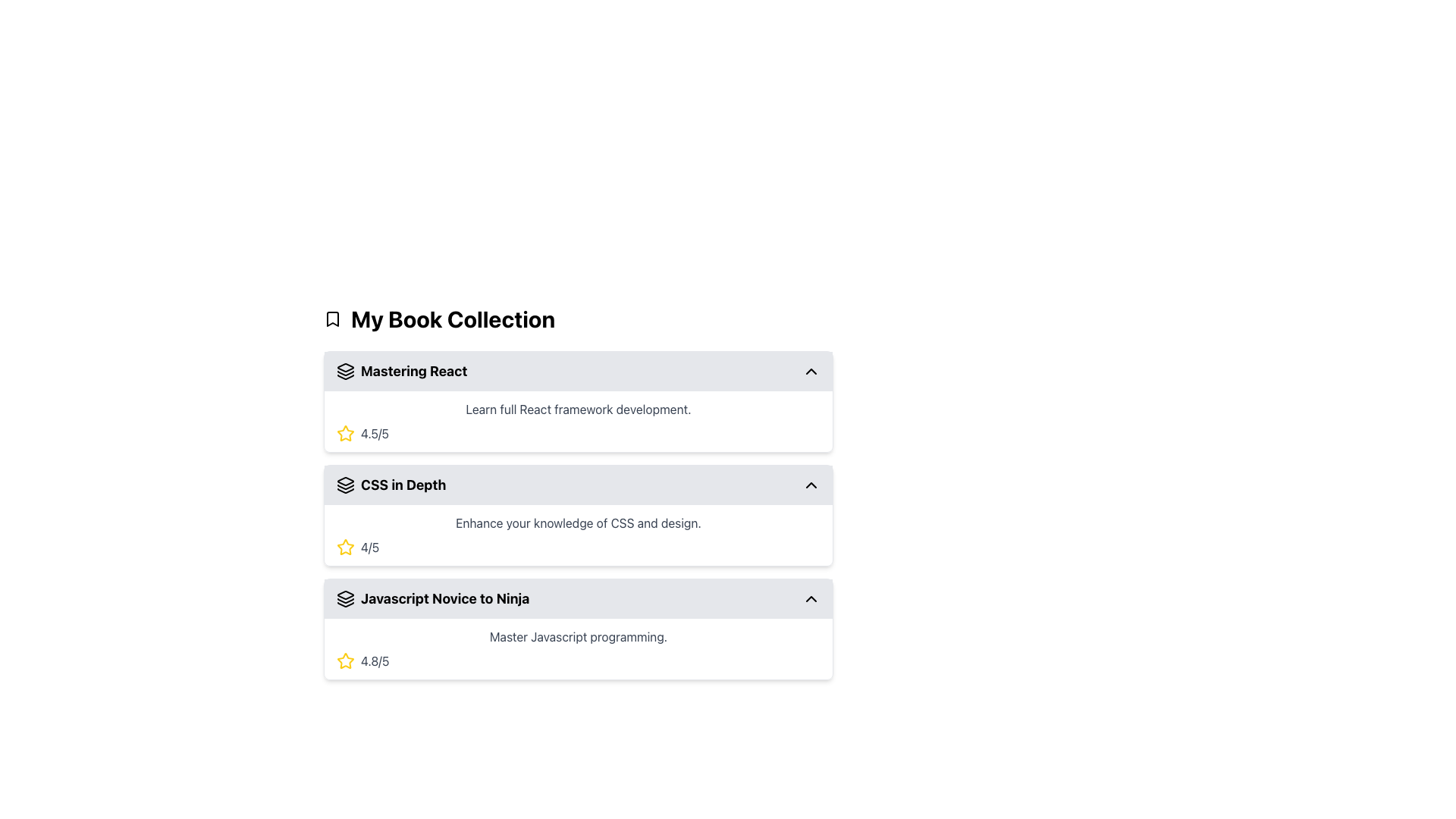 Image resolution: width=1456 pixels, height=819 pixels. I want to click on the Item Header labeled 'CSS in Depth', which is represented by a small graphic of stacked layers and located in the second item of the 'My Book Collection' section, so click(391, 485).